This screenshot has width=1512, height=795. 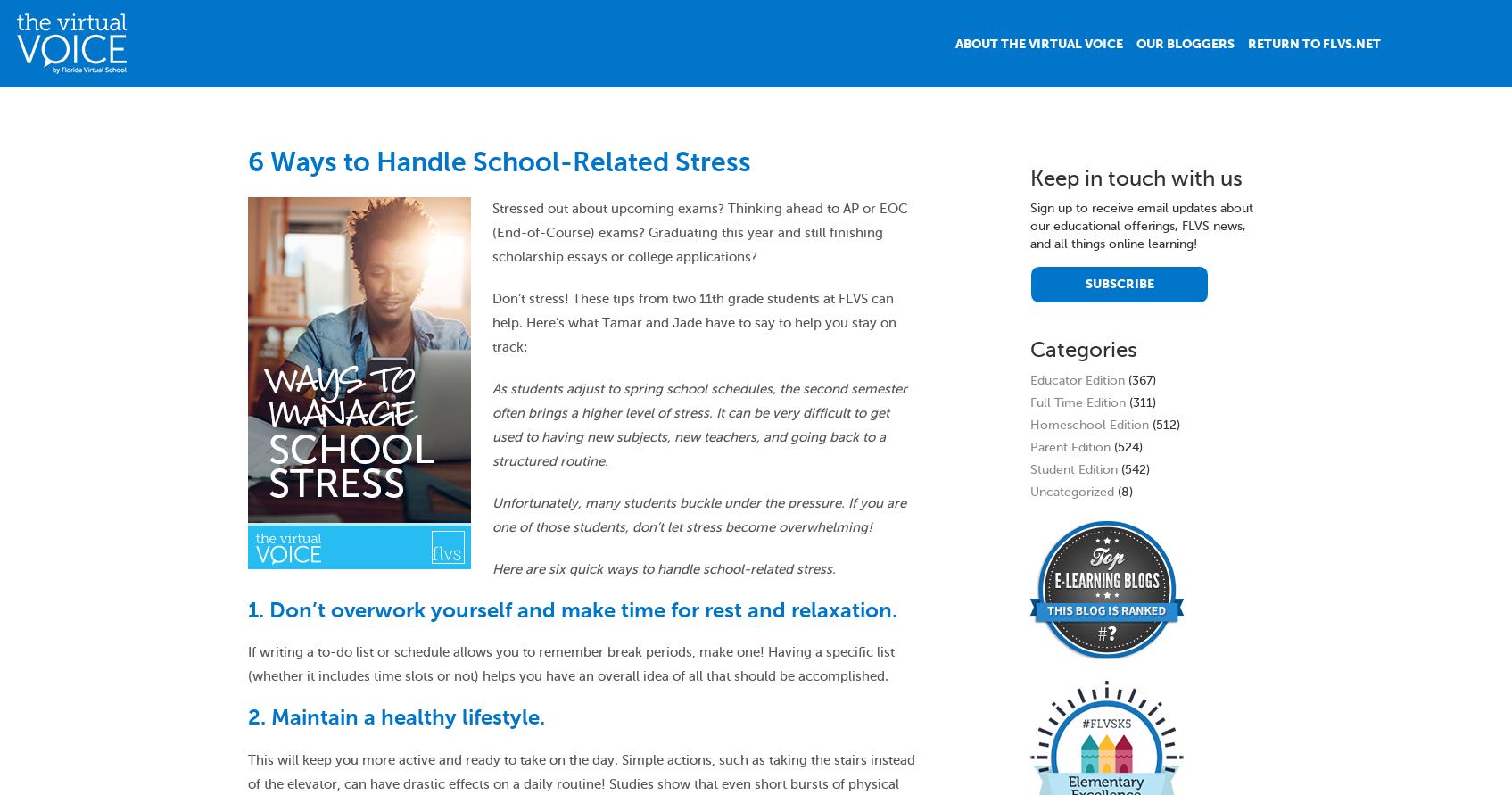 I want to click on 'Don’t stress! These tips from two 11th grade students at FLVS can help. Here’s what Tamar and Jade have to say to help you stay on track:', so click(x=692, y=323).